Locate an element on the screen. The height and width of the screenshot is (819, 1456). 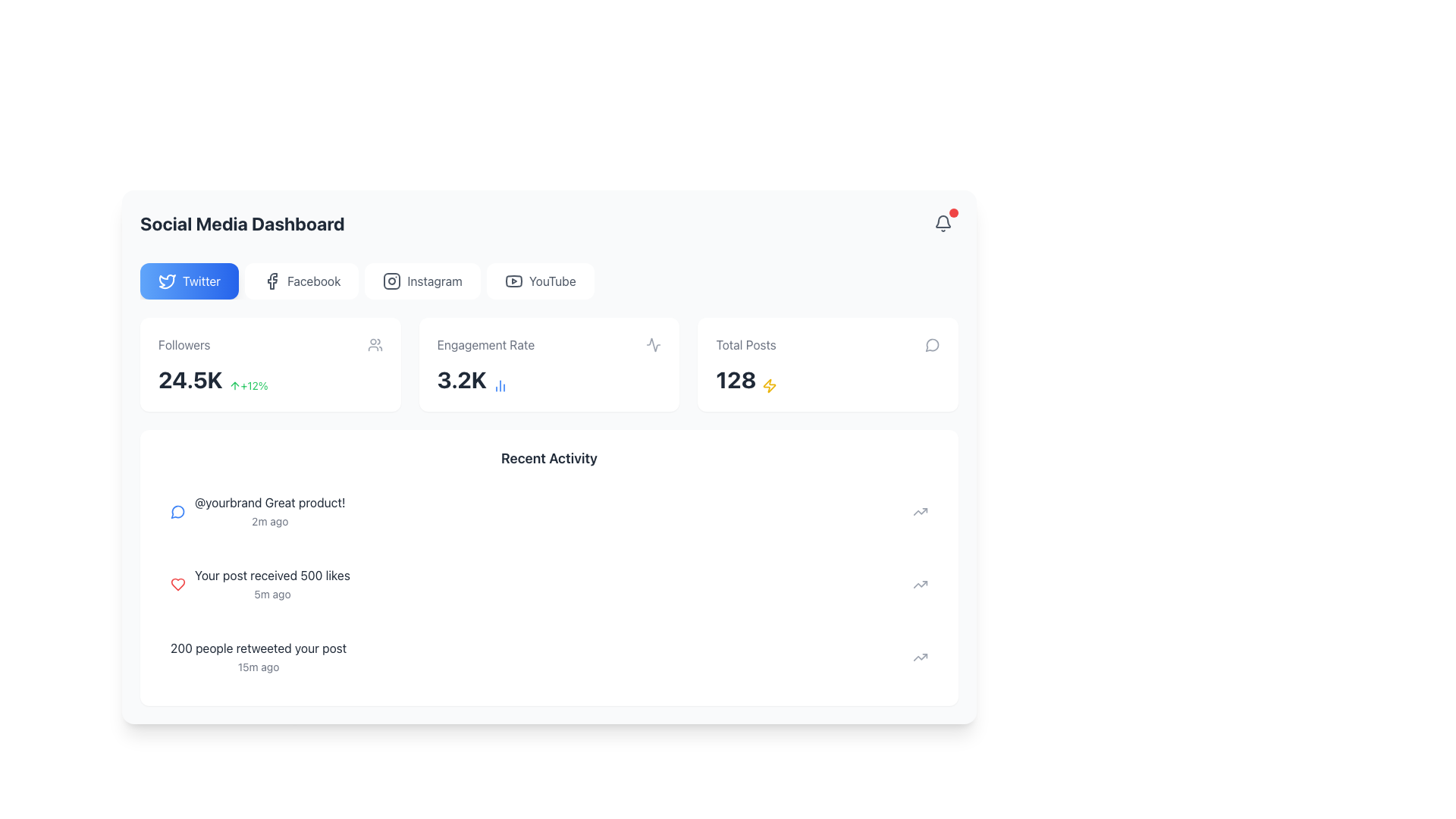
text block displaying the notification about the number of likes received on the user's post, located in the 'Recent Activity' section as the second item in the list is located at coordinates (272, 584).